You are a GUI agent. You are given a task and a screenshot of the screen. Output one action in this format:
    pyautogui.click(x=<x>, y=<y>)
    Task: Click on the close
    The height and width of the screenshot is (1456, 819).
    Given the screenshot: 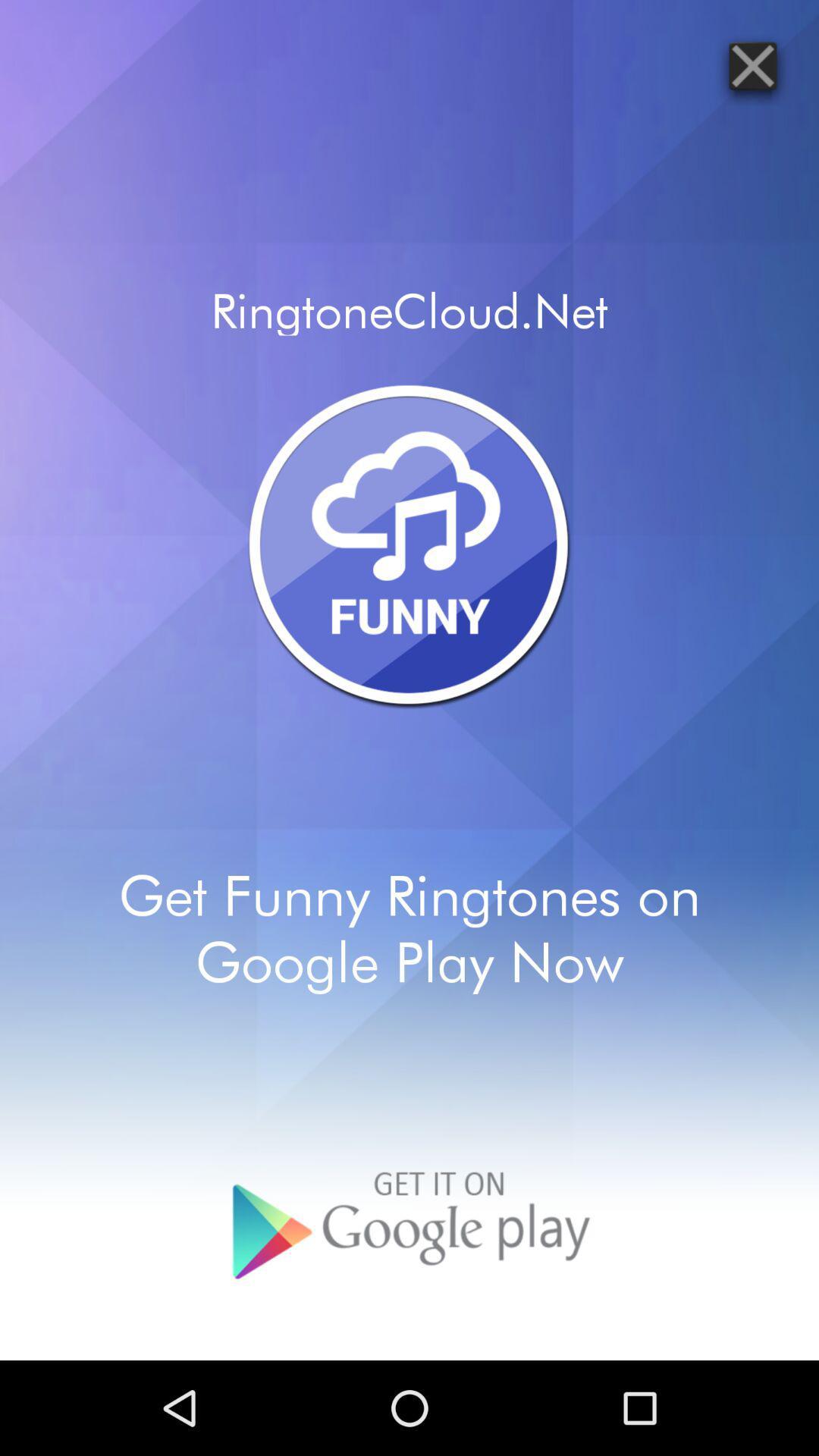 What is the action you would take?
    pyautogui.click(x=752, y=64)
    